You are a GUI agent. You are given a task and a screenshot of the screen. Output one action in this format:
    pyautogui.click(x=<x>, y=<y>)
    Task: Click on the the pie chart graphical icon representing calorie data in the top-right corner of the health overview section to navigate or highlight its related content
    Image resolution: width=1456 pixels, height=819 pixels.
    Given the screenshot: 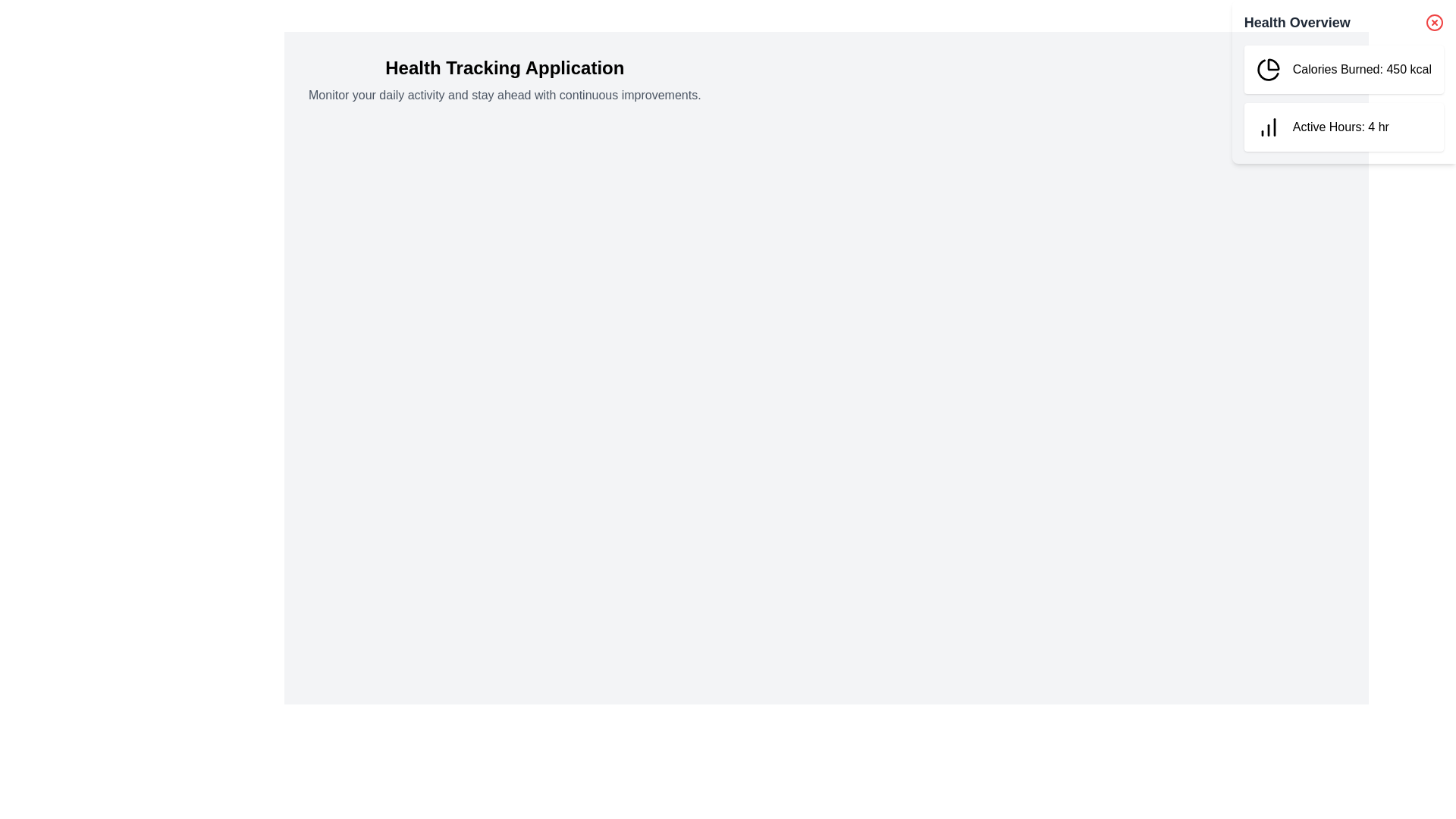 What is the action you would take?
    pyautogui.click(x=1268, y=70)
    